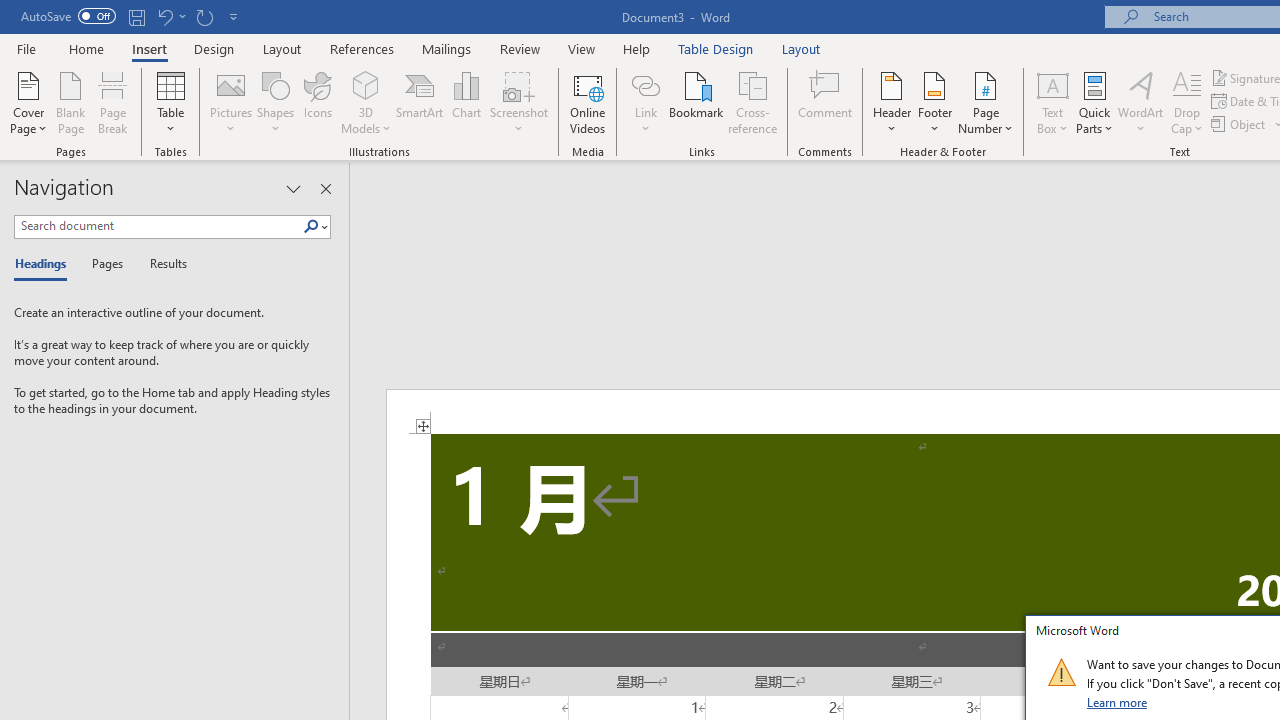  Describe the element at coordinates (274, 103) in the screenshot. I see `'Shapes'` at that location.